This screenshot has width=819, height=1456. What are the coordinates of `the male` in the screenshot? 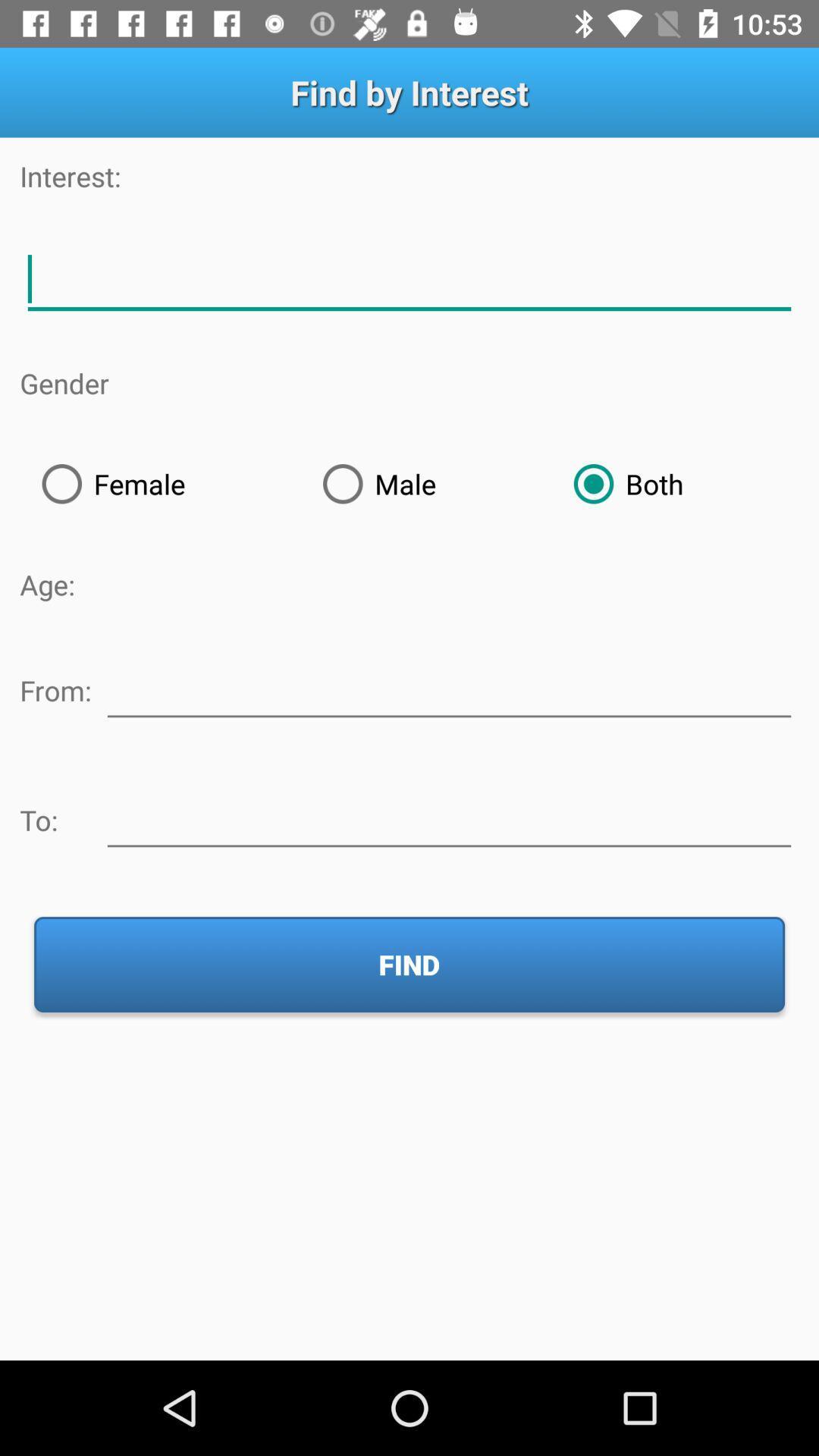 It's located at (426, 483).